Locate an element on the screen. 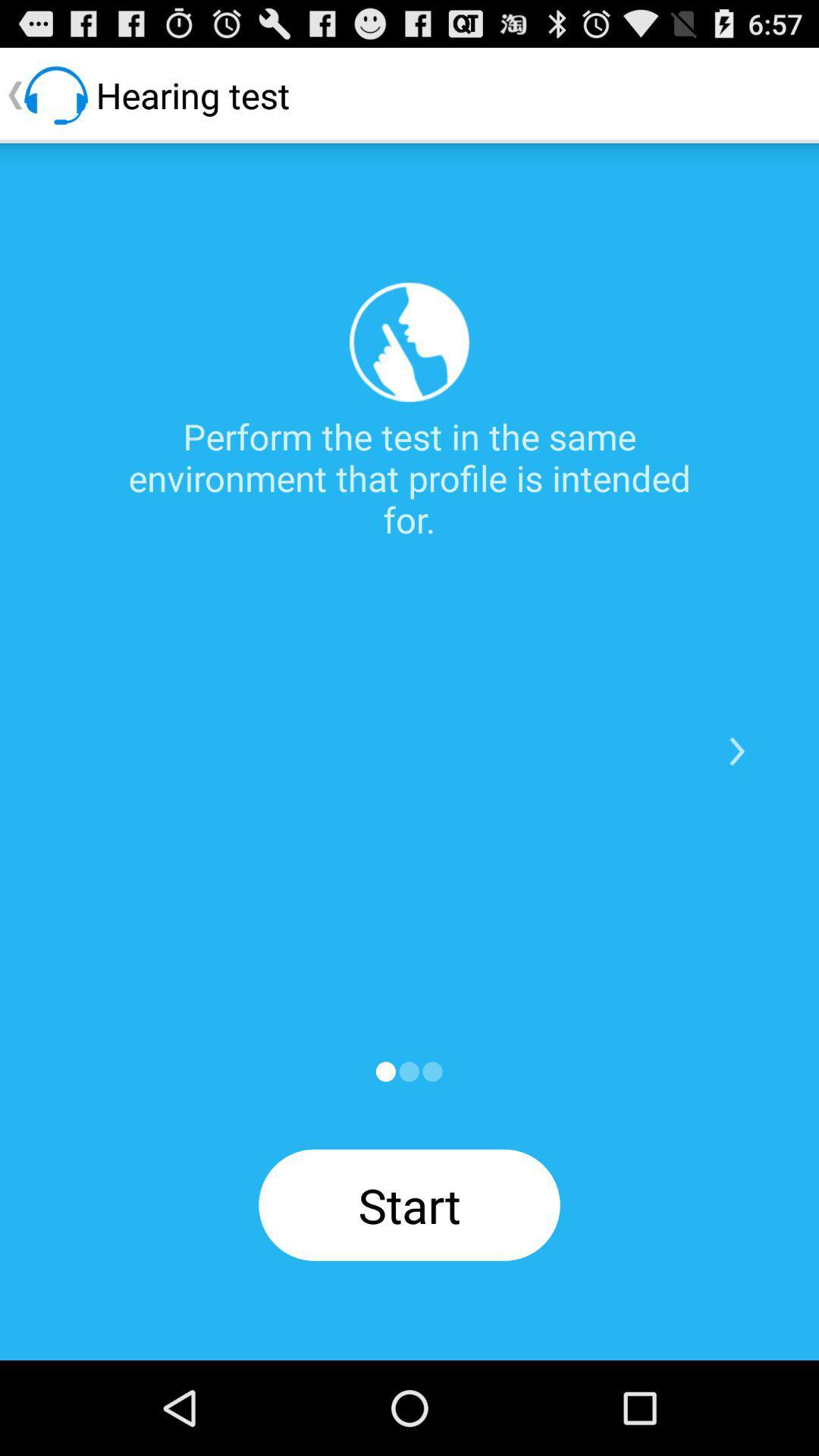 The height and width of the screenshot is (1456, 819). scroll through screens is located at coordinates (384, 1071).